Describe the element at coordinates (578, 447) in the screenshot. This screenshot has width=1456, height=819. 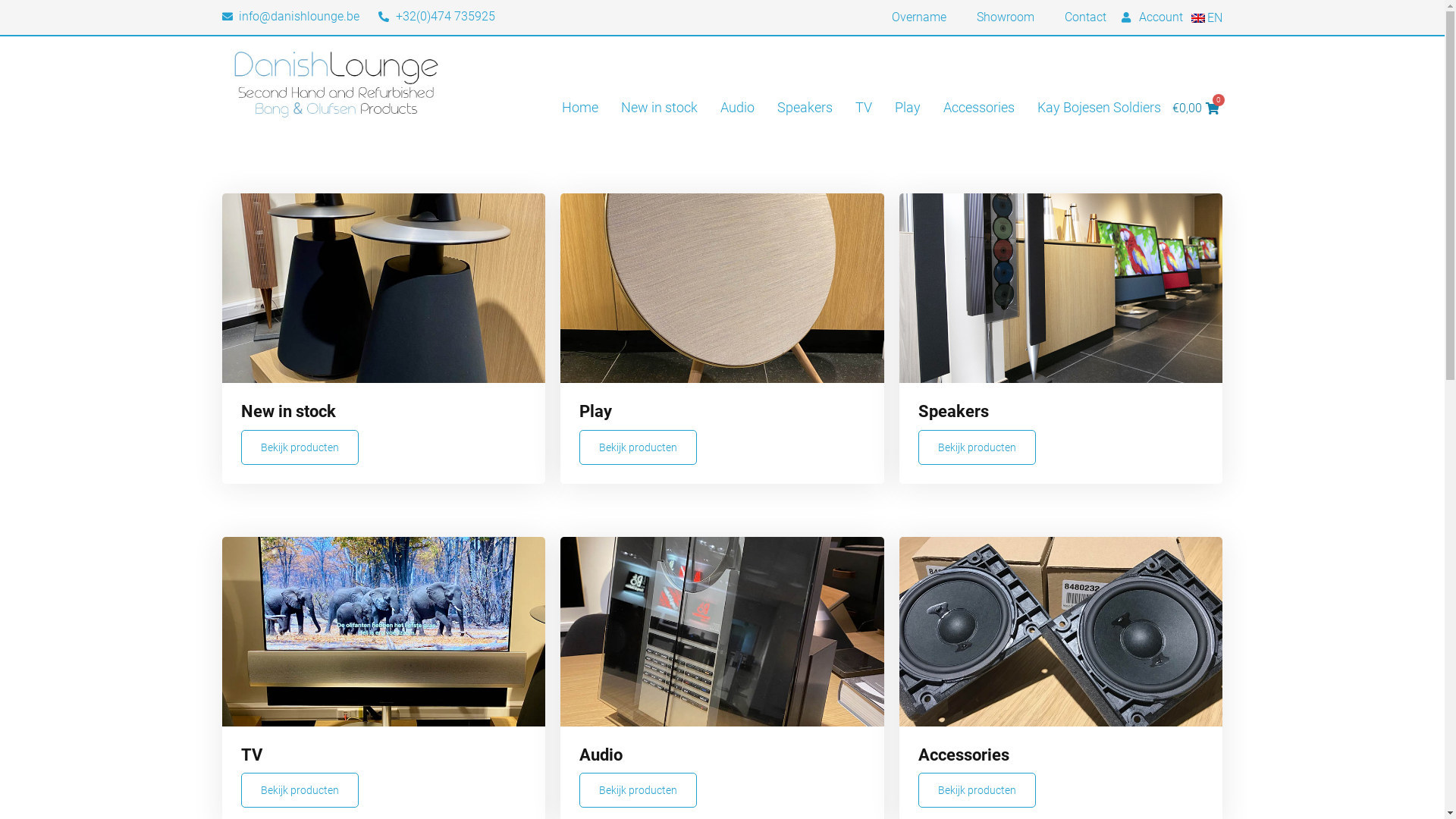
I see `'Bekijk producten'` at that location.